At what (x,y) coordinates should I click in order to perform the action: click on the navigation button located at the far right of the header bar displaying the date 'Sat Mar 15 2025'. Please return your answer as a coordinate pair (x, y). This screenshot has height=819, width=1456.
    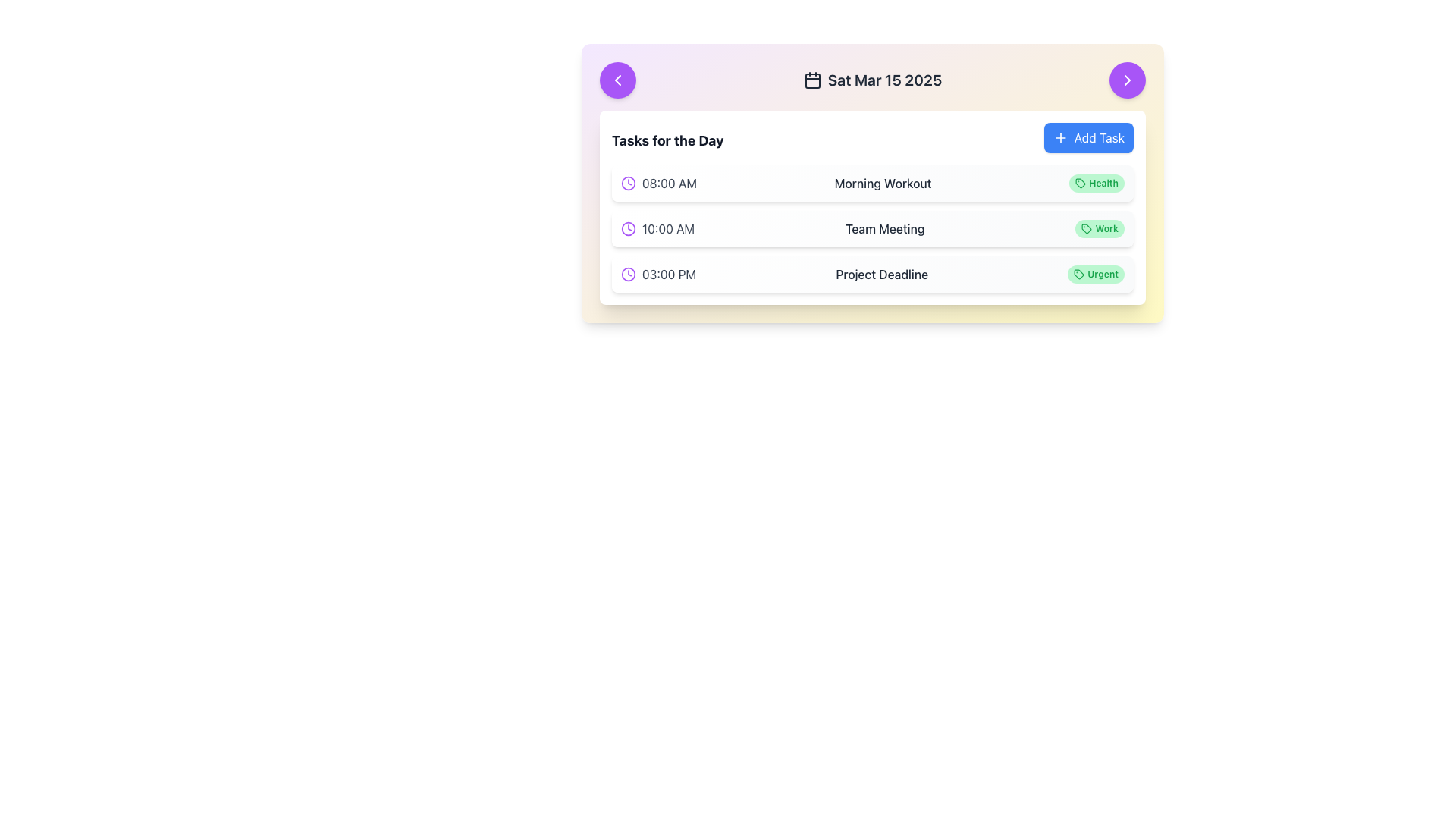
    Looking at the image, I should click on (1128, 80).